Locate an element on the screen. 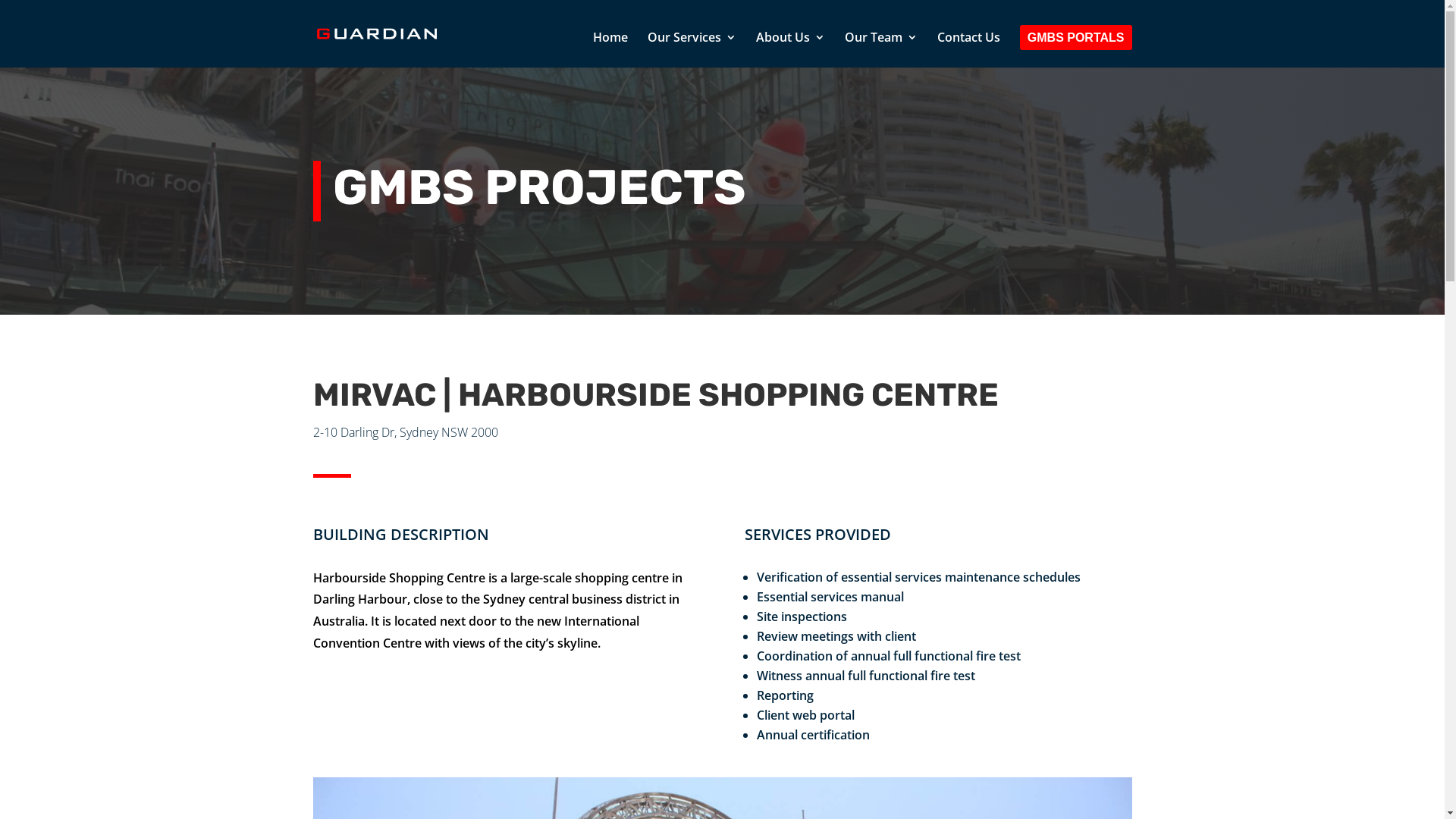 The image size is (1456, 819). 'GMBS PORTALS' is located at coordinates (1075, 49).